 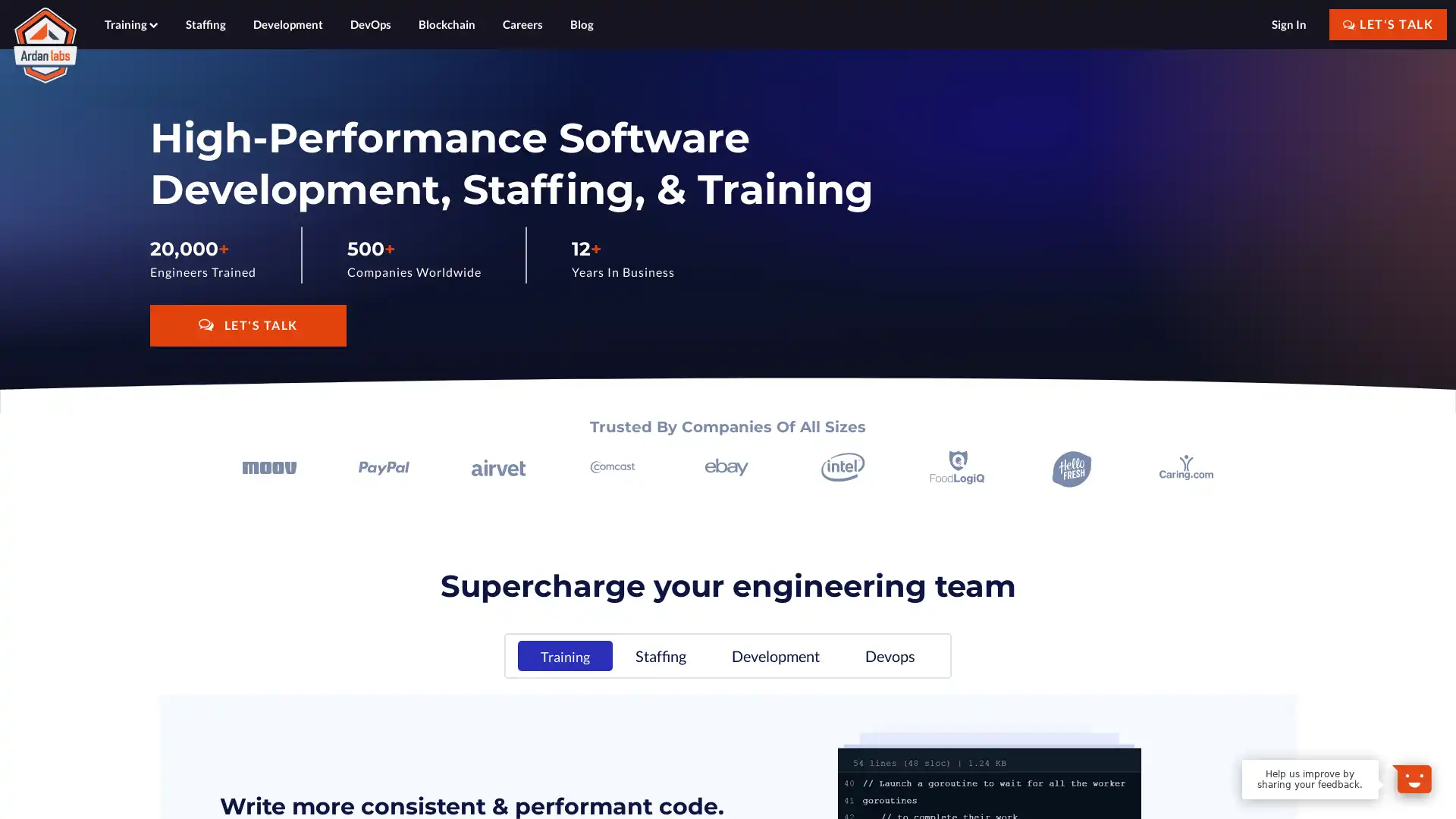 I want to click on Dismiss Message, so click(x=1376, y=761).